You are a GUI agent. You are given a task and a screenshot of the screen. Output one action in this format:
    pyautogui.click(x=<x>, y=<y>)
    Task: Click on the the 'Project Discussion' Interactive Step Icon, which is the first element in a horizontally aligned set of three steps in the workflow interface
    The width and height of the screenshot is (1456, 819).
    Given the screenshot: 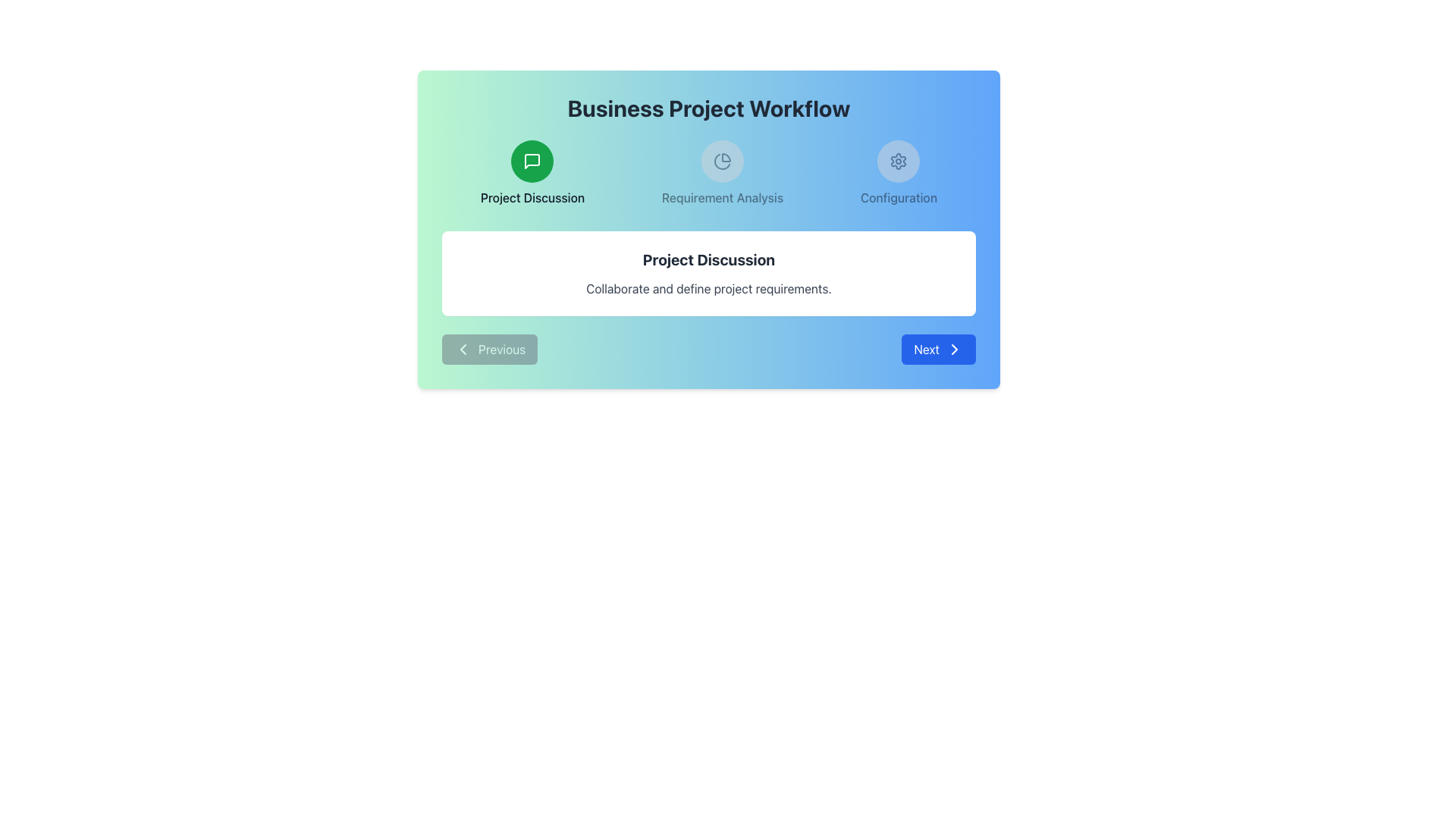 What is the action you would take?
    pyautogui.click(x=532, y=172)
    